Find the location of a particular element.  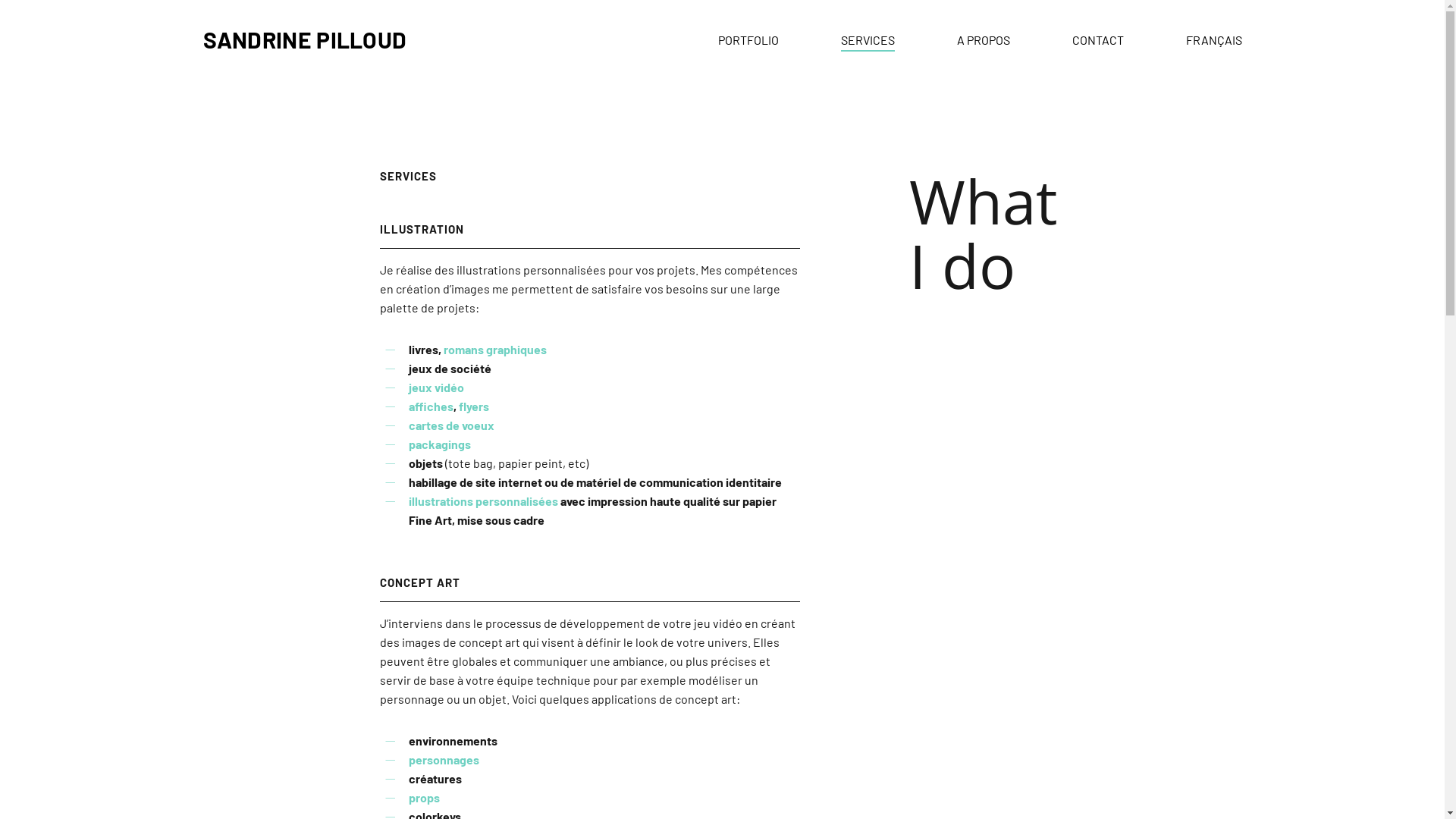

'SANDRINE PILLOUD' is located at coordinates (304, 39).